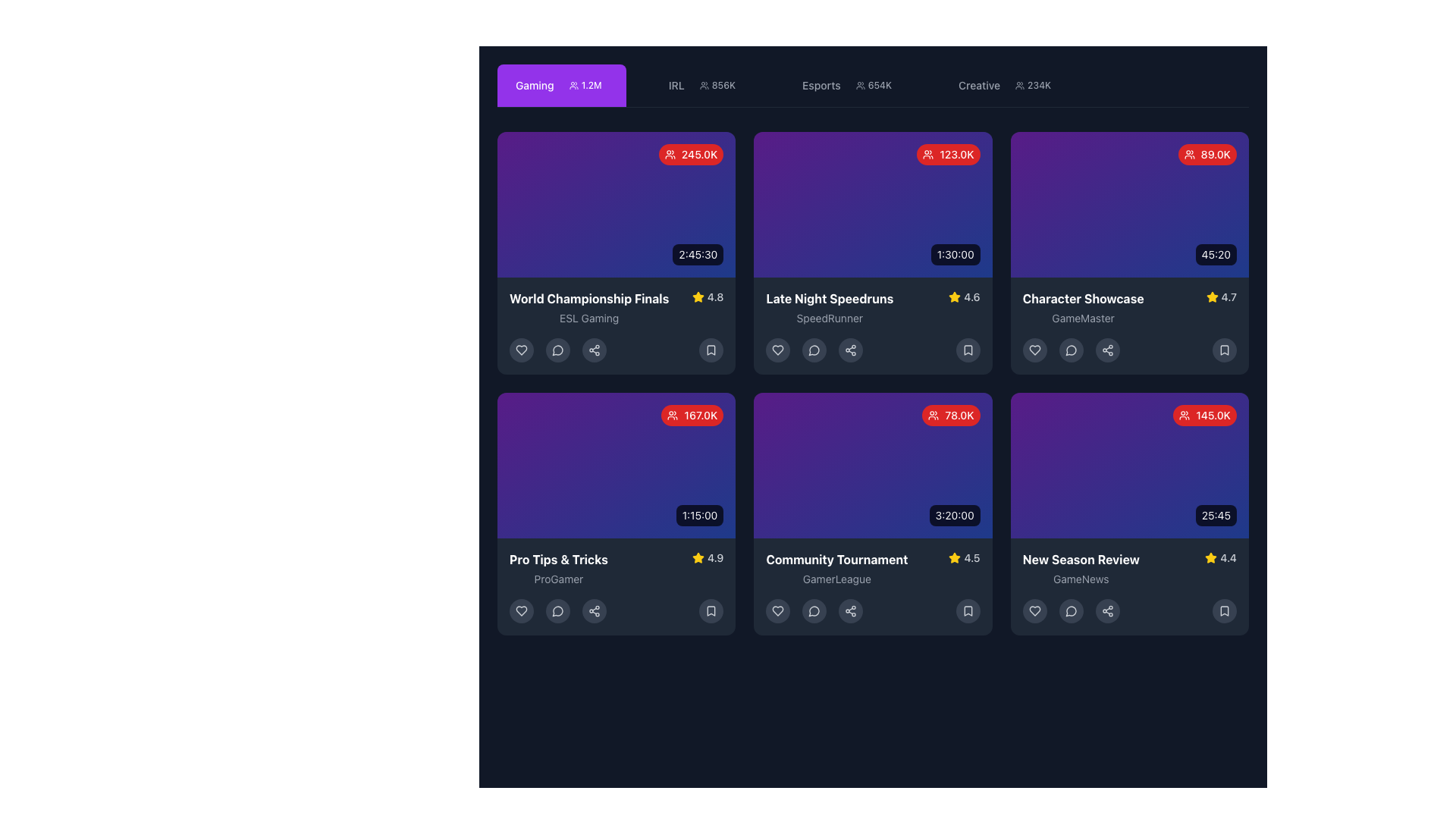  What do you see at coordinates (557, 350) in the screenshot?
I see `the chat icon located in the bottom row of icons in the second card from the left, which is the second icon from the left in this row` at bounding box center [557, 350].